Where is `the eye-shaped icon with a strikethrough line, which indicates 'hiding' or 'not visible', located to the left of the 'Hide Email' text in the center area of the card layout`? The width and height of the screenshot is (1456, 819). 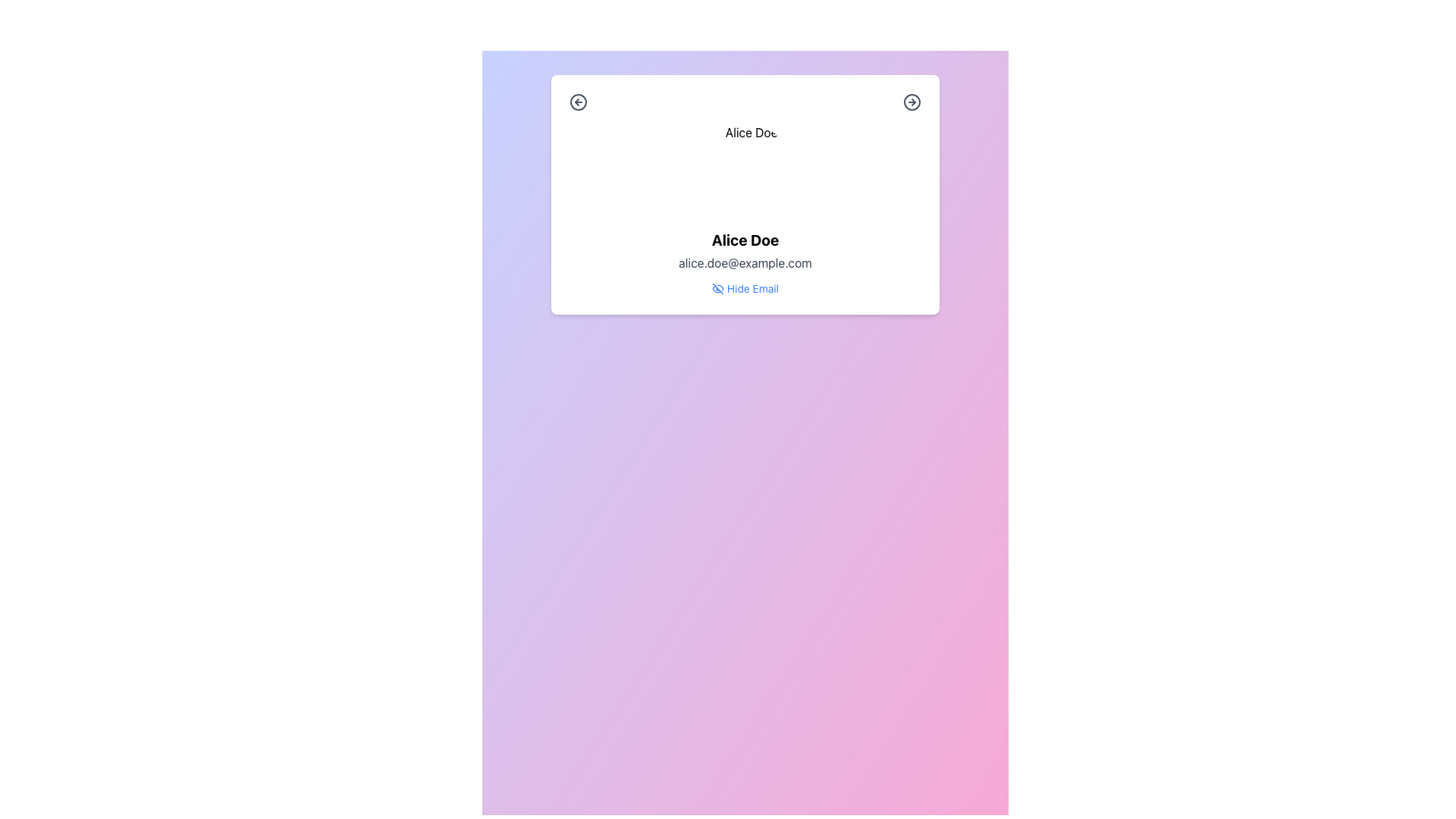
the eye-shaped icon with a strikethrough line, which indicates 'hiding' or 'not visible', located to the left of the 'Hide Email' text in the center area of the card layout is located at coordinates (717, 289).